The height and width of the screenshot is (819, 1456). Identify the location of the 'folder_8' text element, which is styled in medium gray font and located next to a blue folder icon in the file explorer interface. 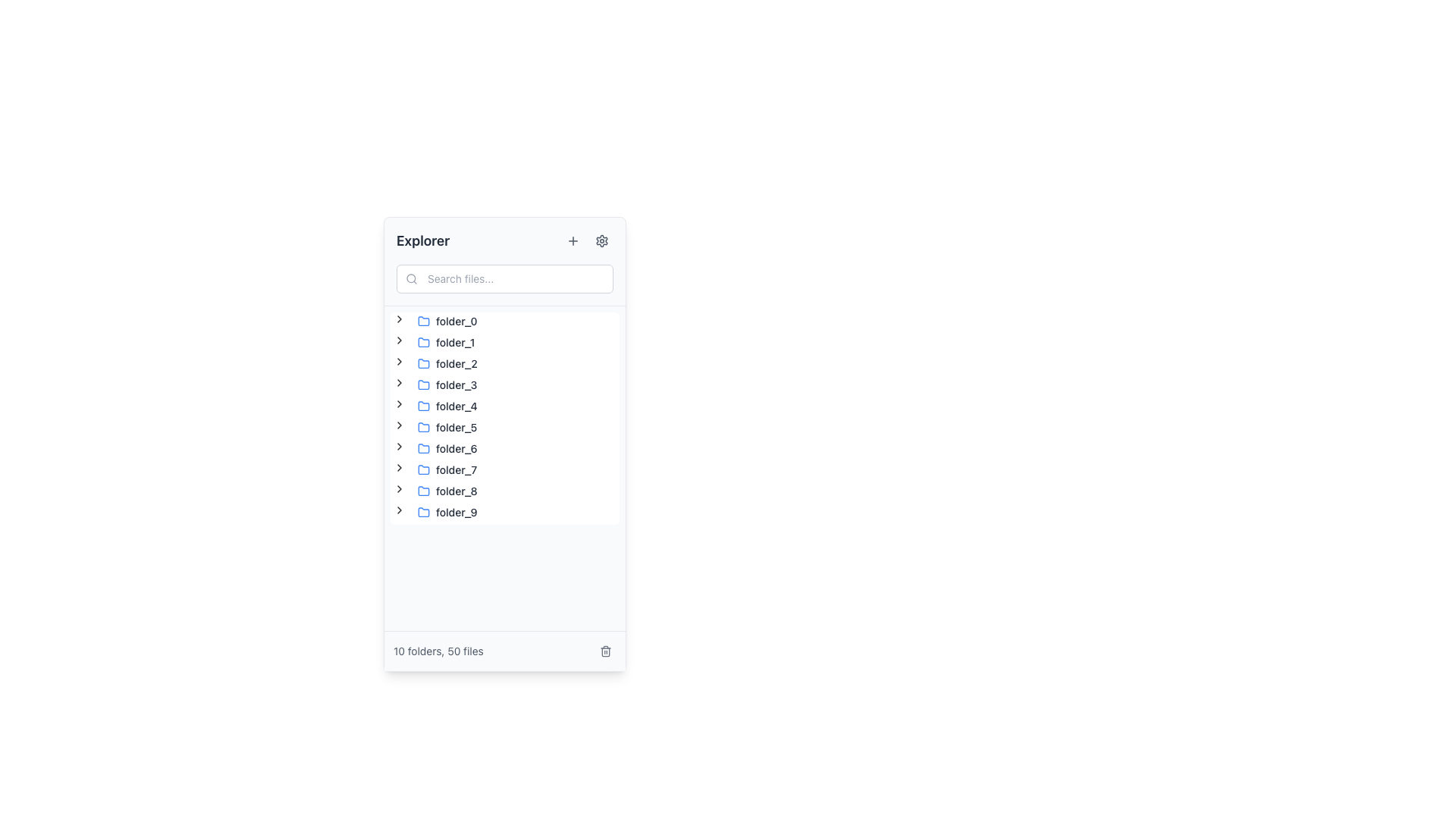
(456, 491).